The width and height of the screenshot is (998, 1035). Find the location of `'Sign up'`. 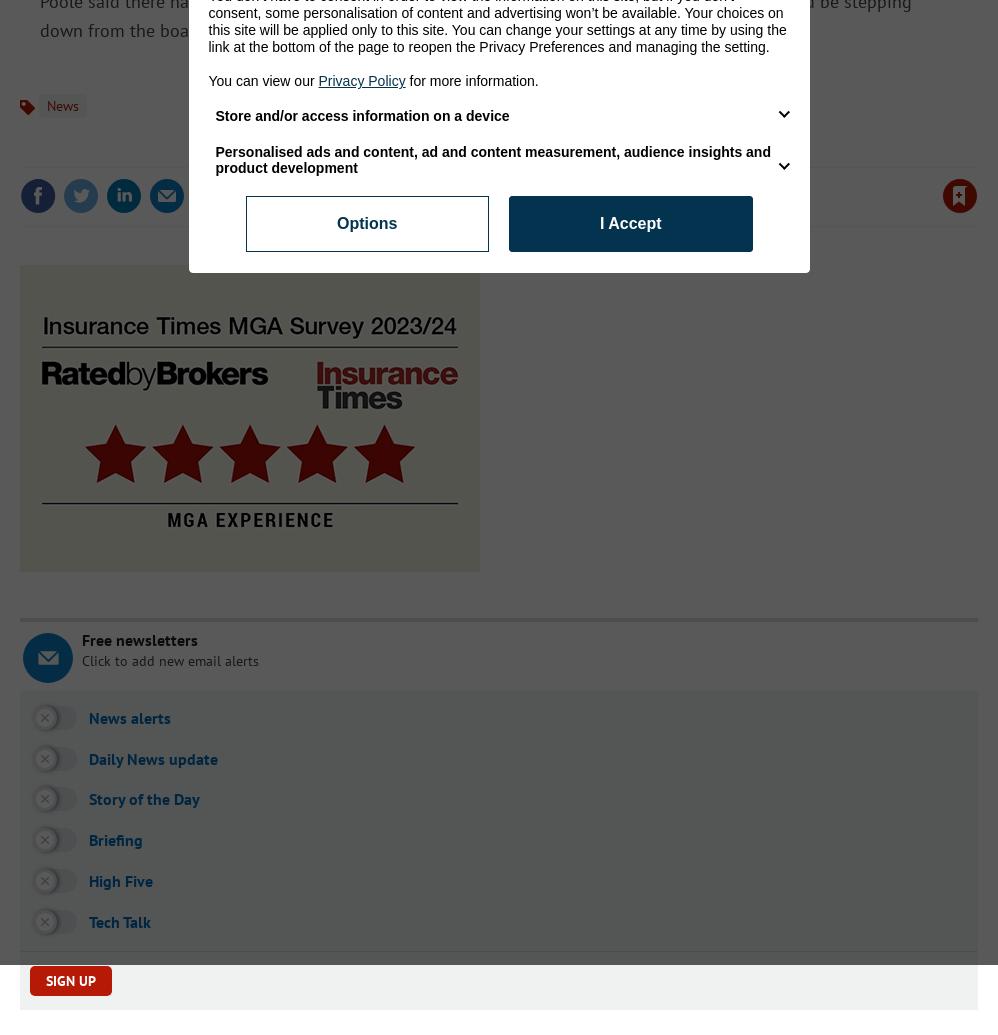

'Sign up' is located at coordinates (69, 979).